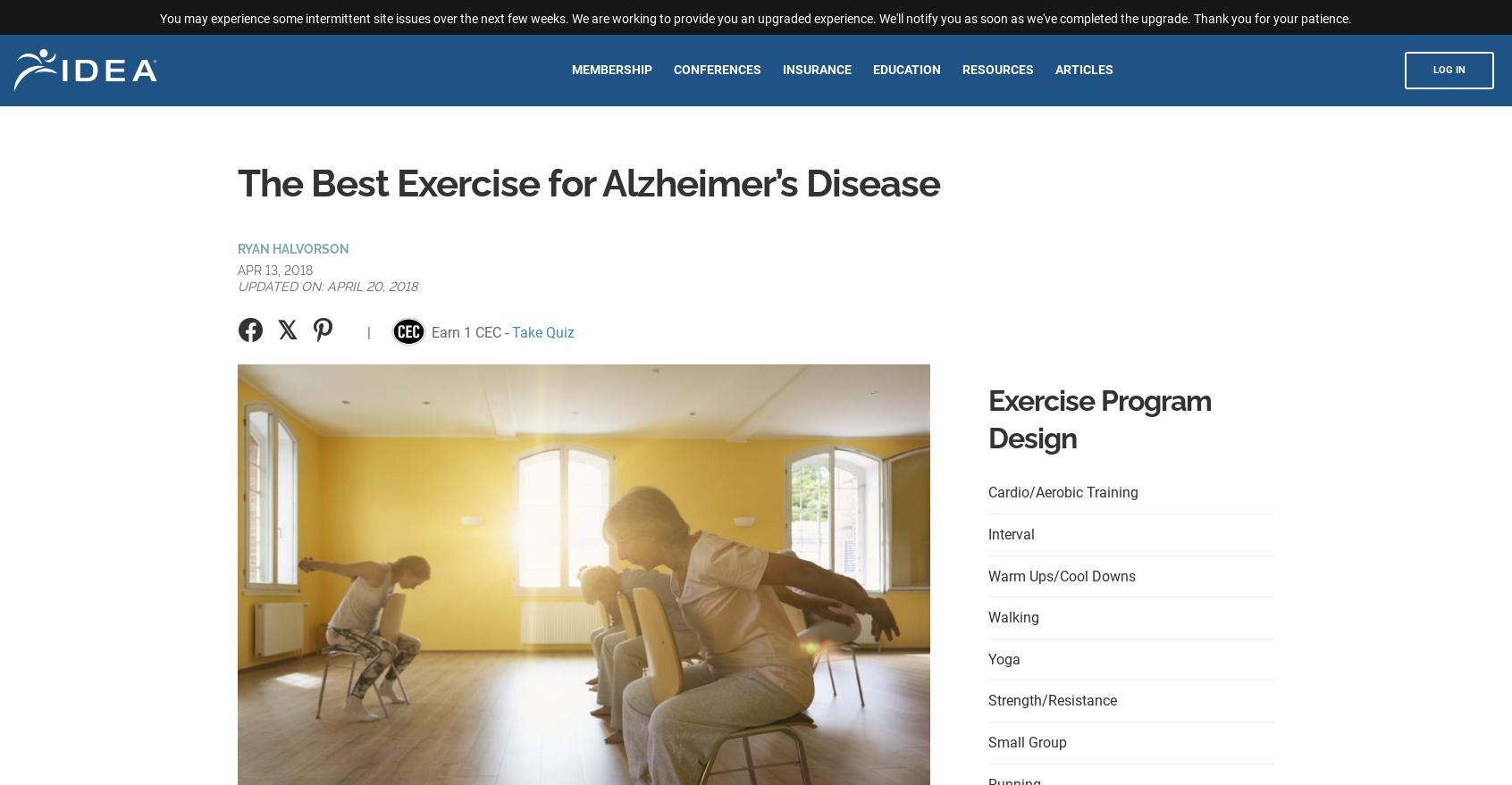 The height and width of the screenshot is (785, 1512). What do you see at coordinates (1027, 740) in the screenshot?
I see `'Small Group'` at bounding box center [1027, 740].